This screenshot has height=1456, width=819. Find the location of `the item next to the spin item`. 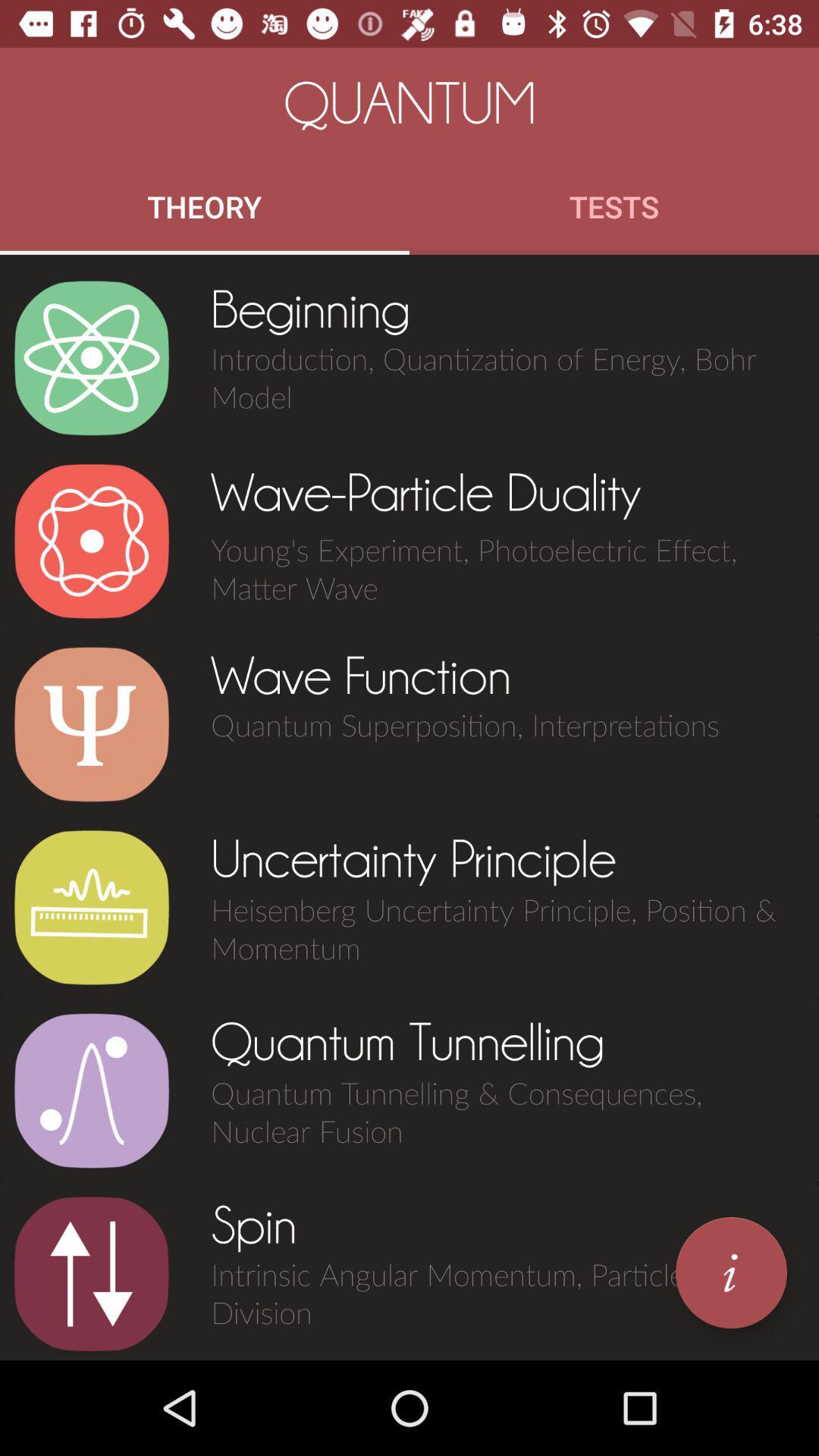

the item next to the spin item is located at coordinates (91, 1274).